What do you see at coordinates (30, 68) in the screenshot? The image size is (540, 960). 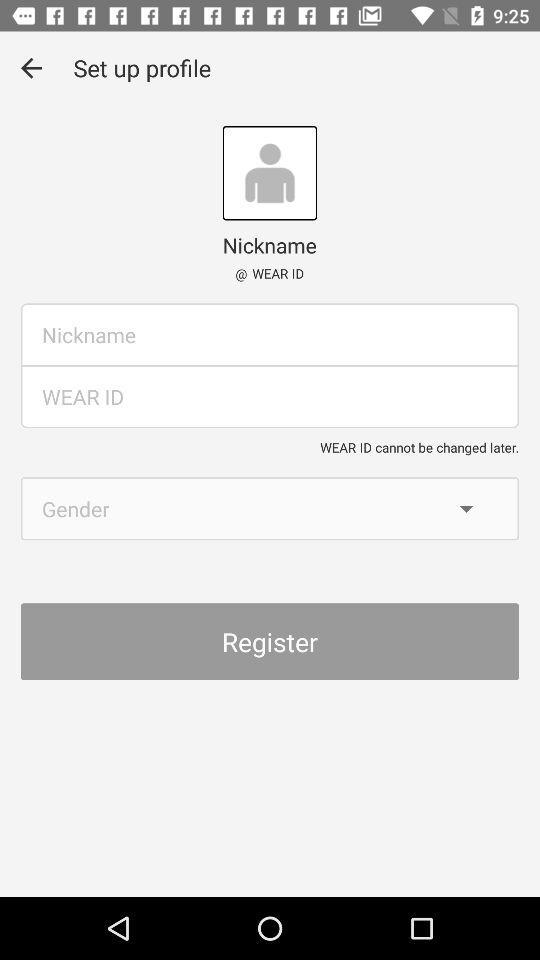 I see `the arrow_backward icon` at bounding box center [30, 68].